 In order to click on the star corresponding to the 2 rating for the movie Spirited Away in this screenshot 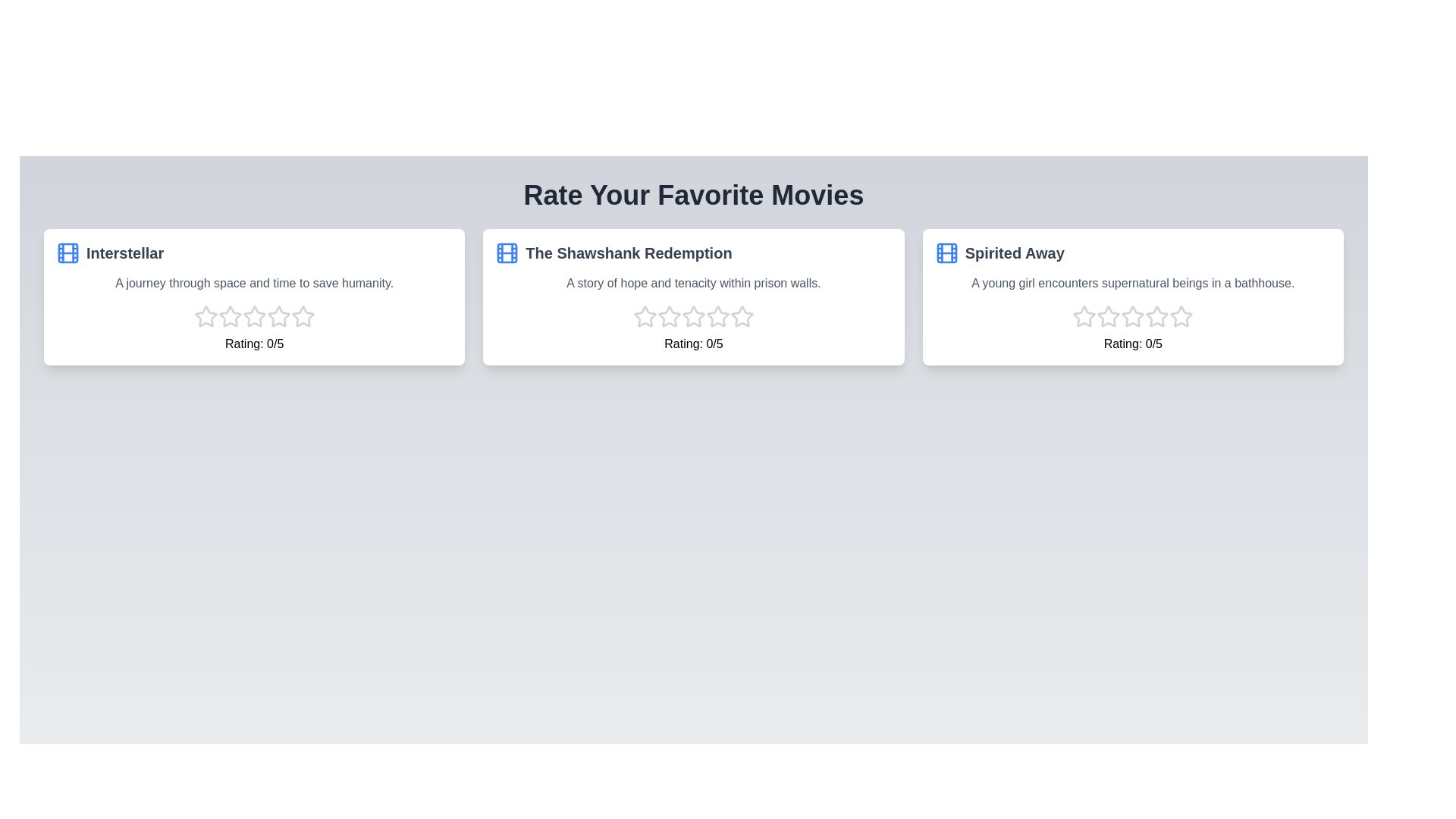, I will do `click(1109, 315)`.